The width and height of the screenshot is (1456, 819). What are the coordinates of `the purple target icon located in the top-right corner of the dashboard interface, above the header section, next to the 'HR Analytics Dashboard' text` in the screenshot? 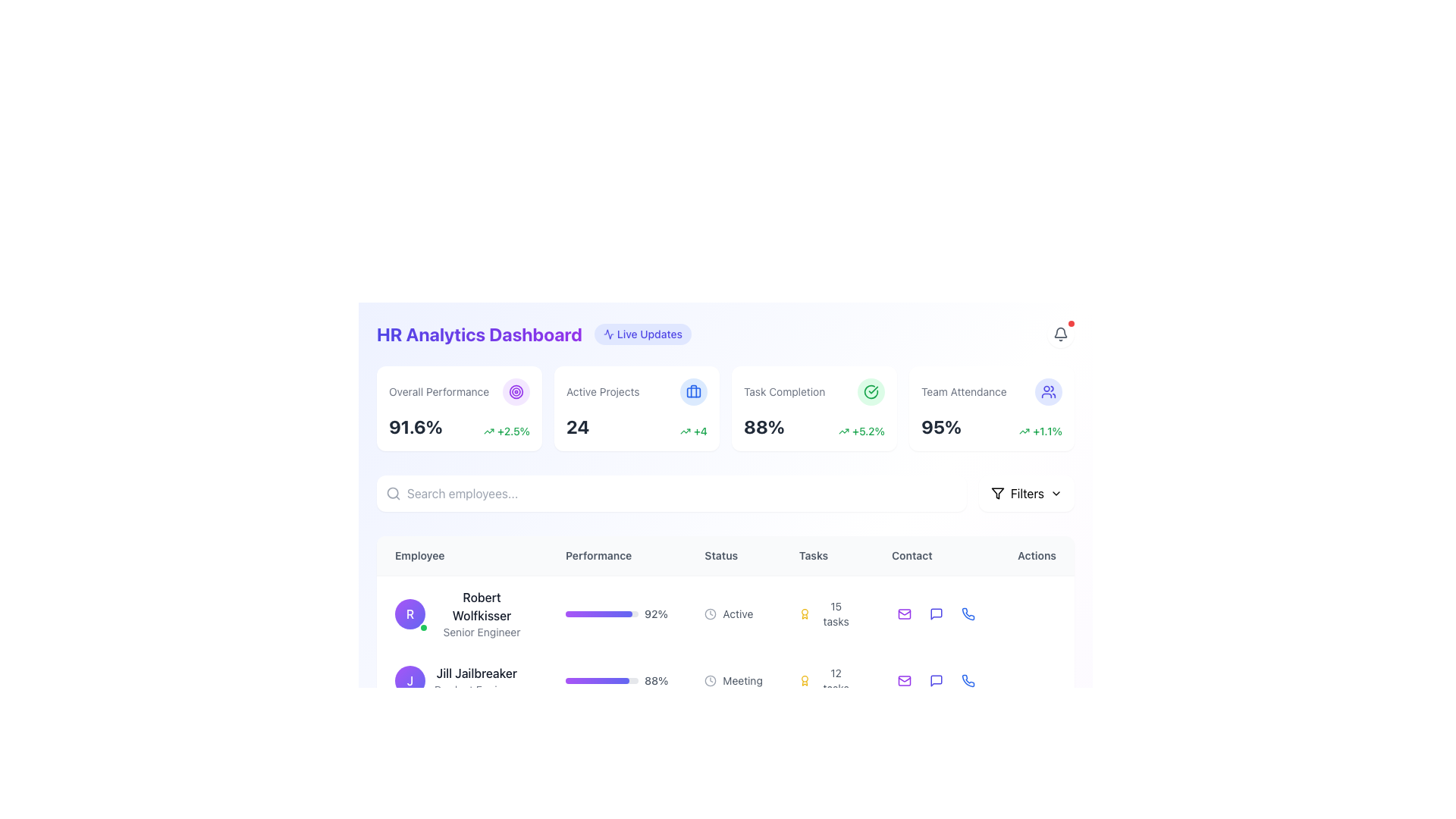 It's located at (516, 391).